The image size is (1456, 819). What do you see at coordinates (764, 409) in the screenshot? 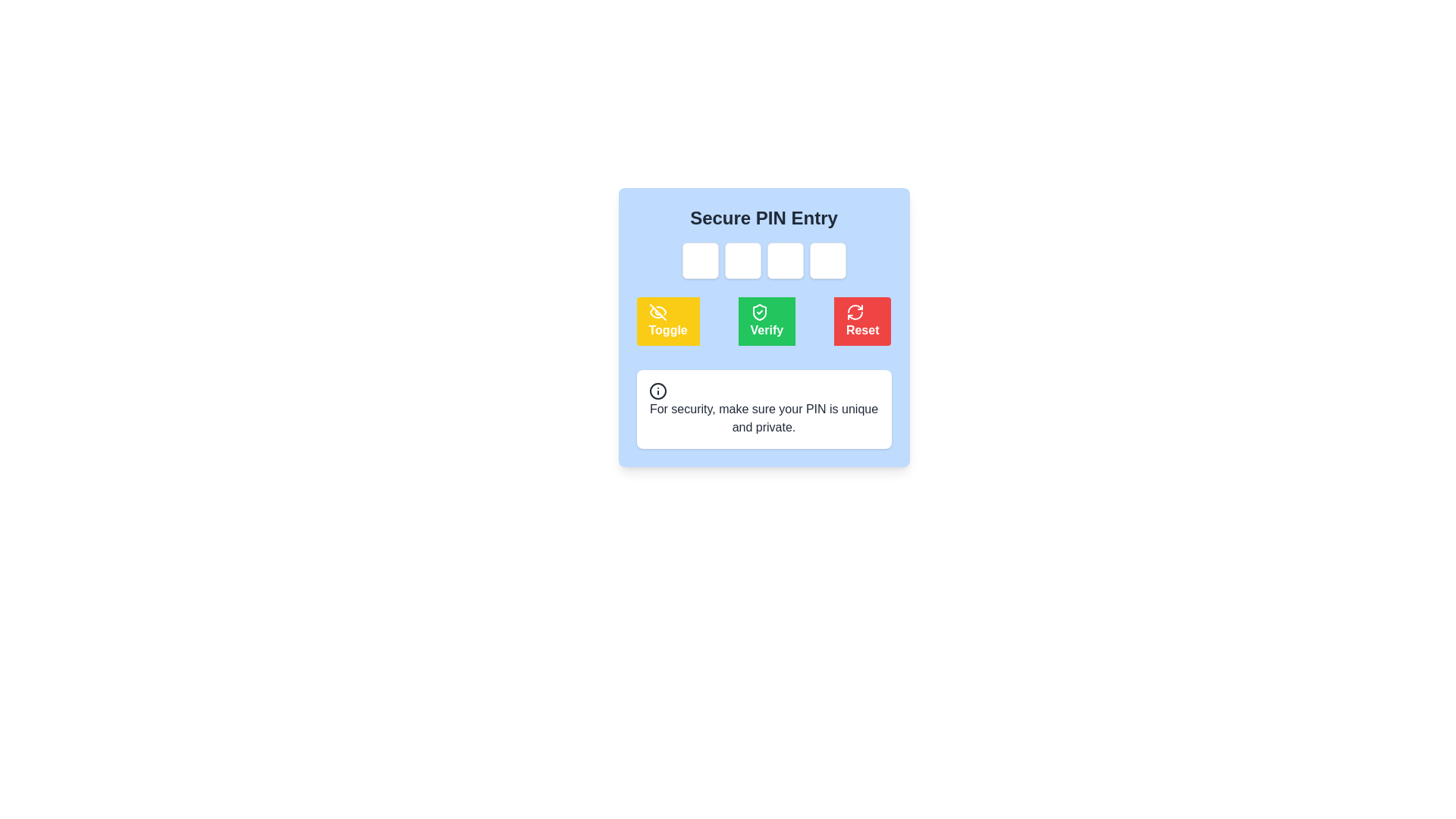
I see `the informational text element that provides guidance about keeping the PIN secure and unique, located at the bottom center of the blue card, beneath the buttons labeled 'Toggle,' 'Verify,' and 'Reset.'` at bounding box center [764, 409].